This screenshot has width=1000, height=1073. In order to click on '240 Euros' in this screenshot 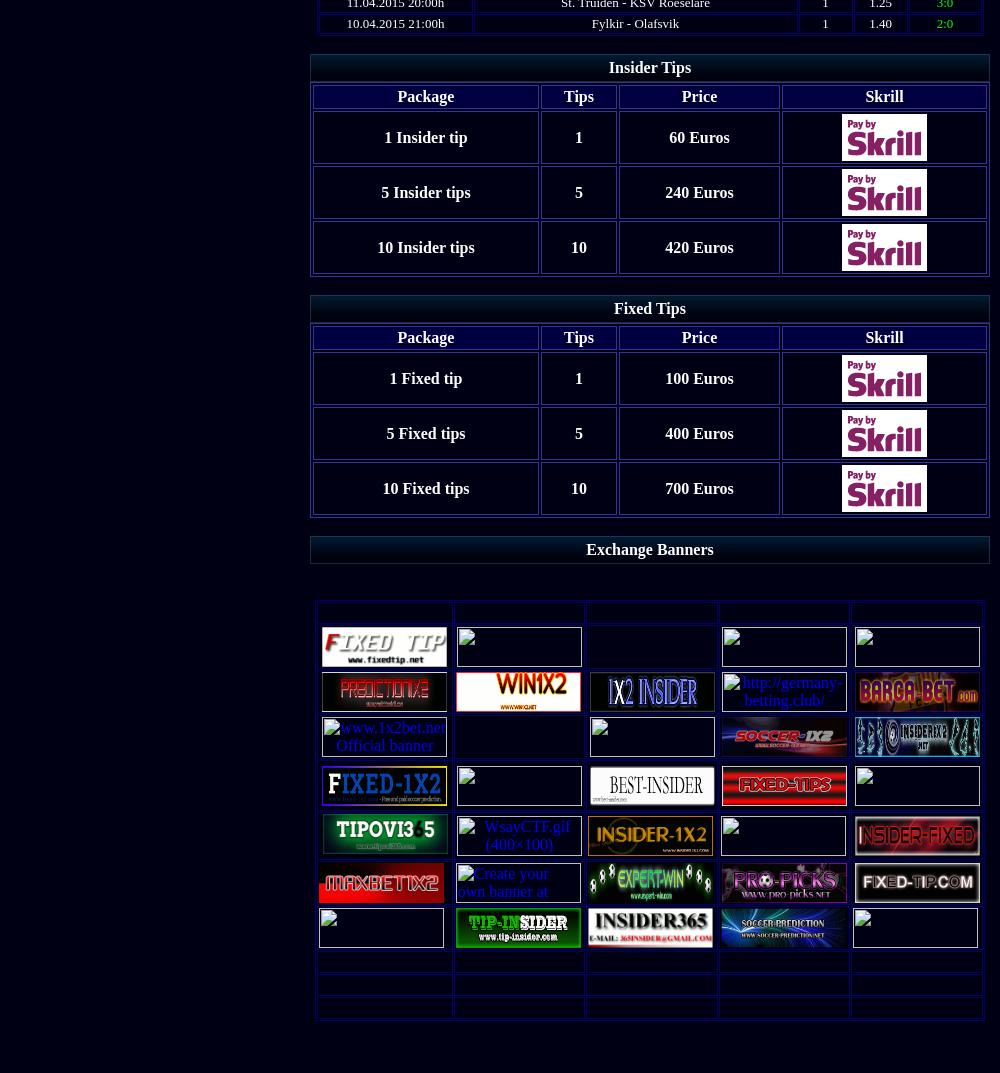, I will do `click(698, 191)`.